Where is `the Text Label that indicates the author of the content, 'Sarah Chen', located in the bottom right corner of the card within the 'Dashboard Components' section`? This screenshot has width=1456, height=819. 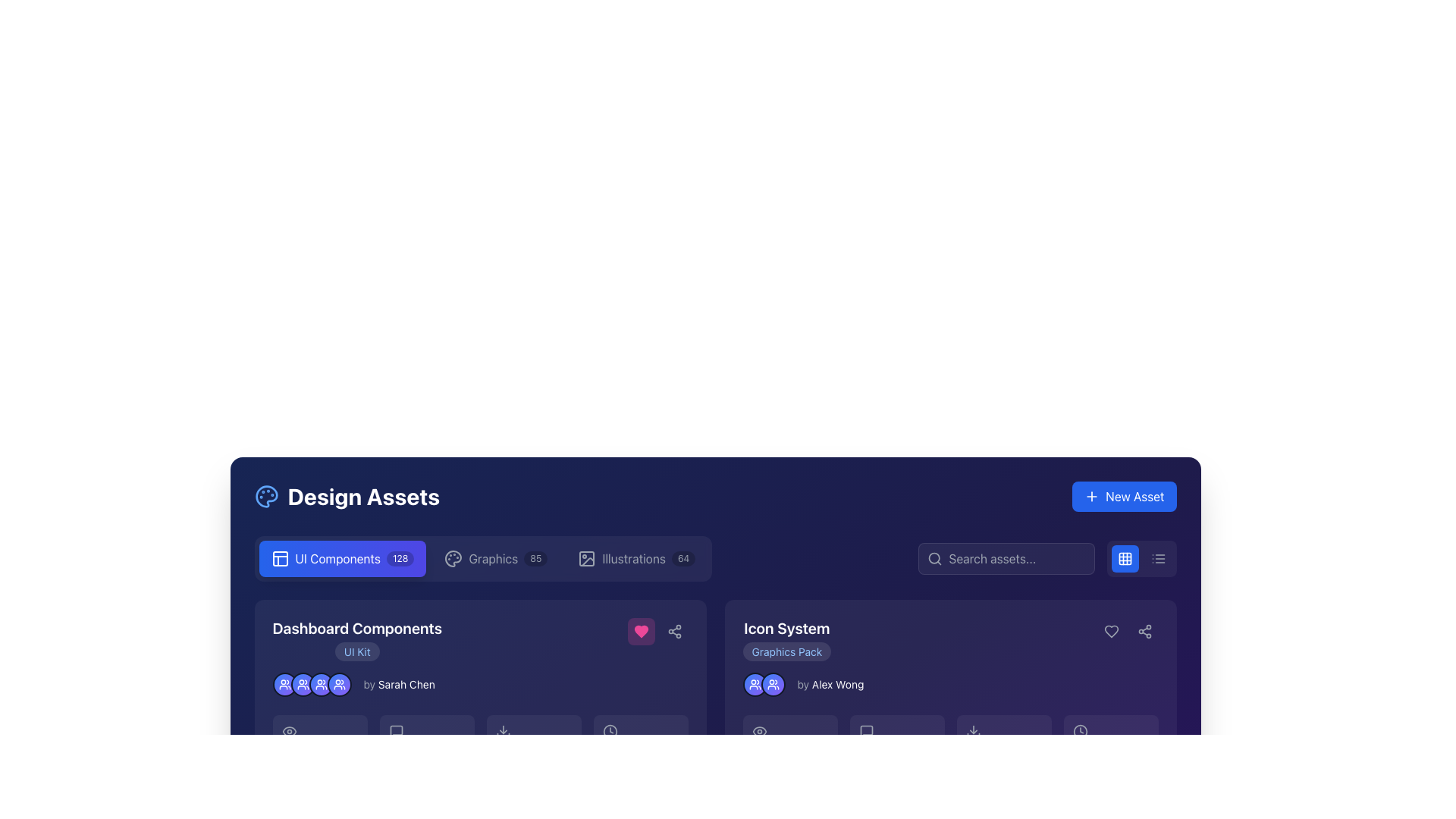
the Text Label that indicates the author of the content, 'Sarah Chen', located in the bottom right corner of the card within the 'Dashboard Components' section is located at coordinates (399, 684).